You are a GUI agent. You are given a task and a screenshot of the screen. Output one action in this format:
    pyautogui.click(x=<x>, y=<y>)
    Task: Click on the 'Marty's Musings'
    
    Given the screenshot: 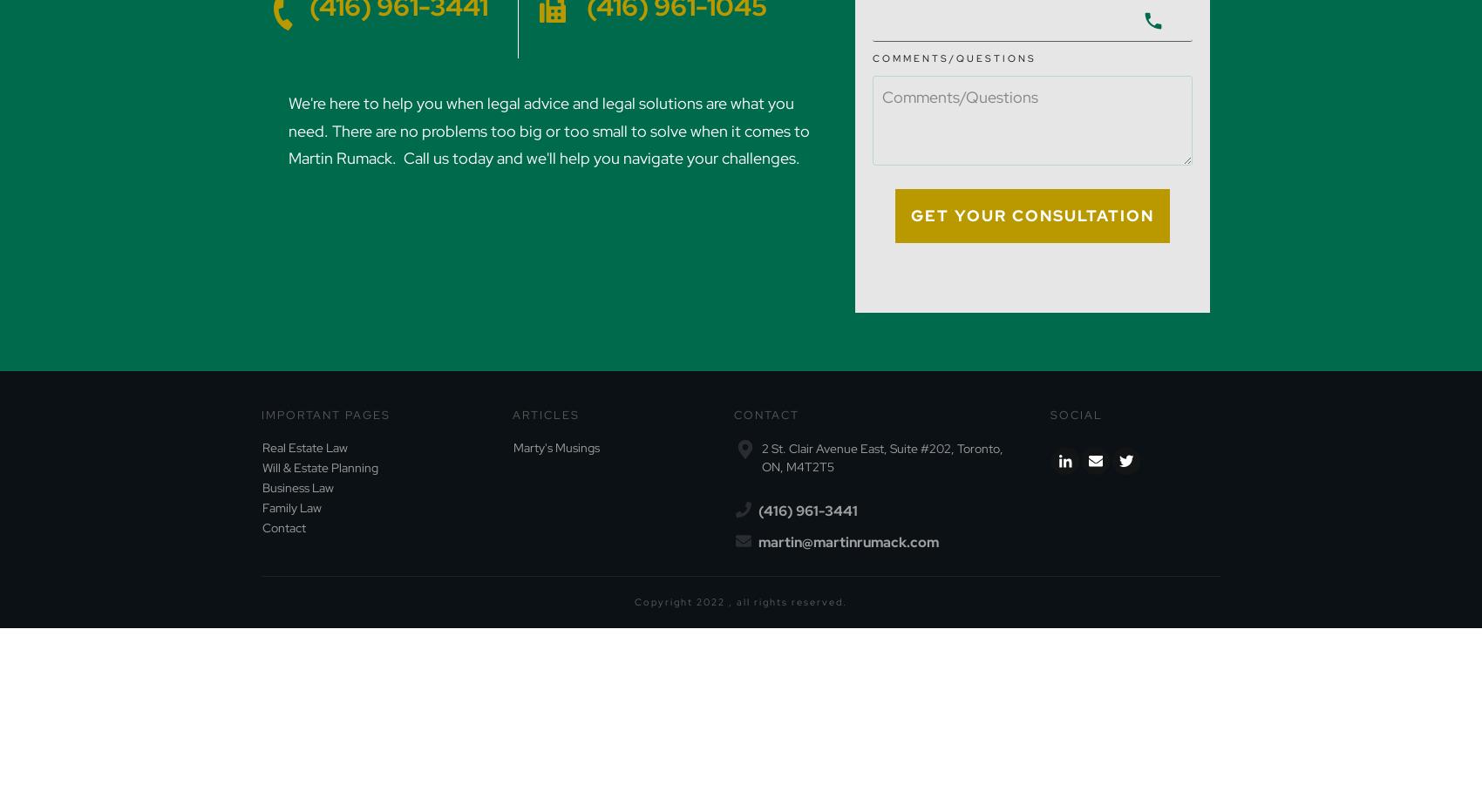 What is the action you would take?
    pyautogui.click(x=554, y=446)
    